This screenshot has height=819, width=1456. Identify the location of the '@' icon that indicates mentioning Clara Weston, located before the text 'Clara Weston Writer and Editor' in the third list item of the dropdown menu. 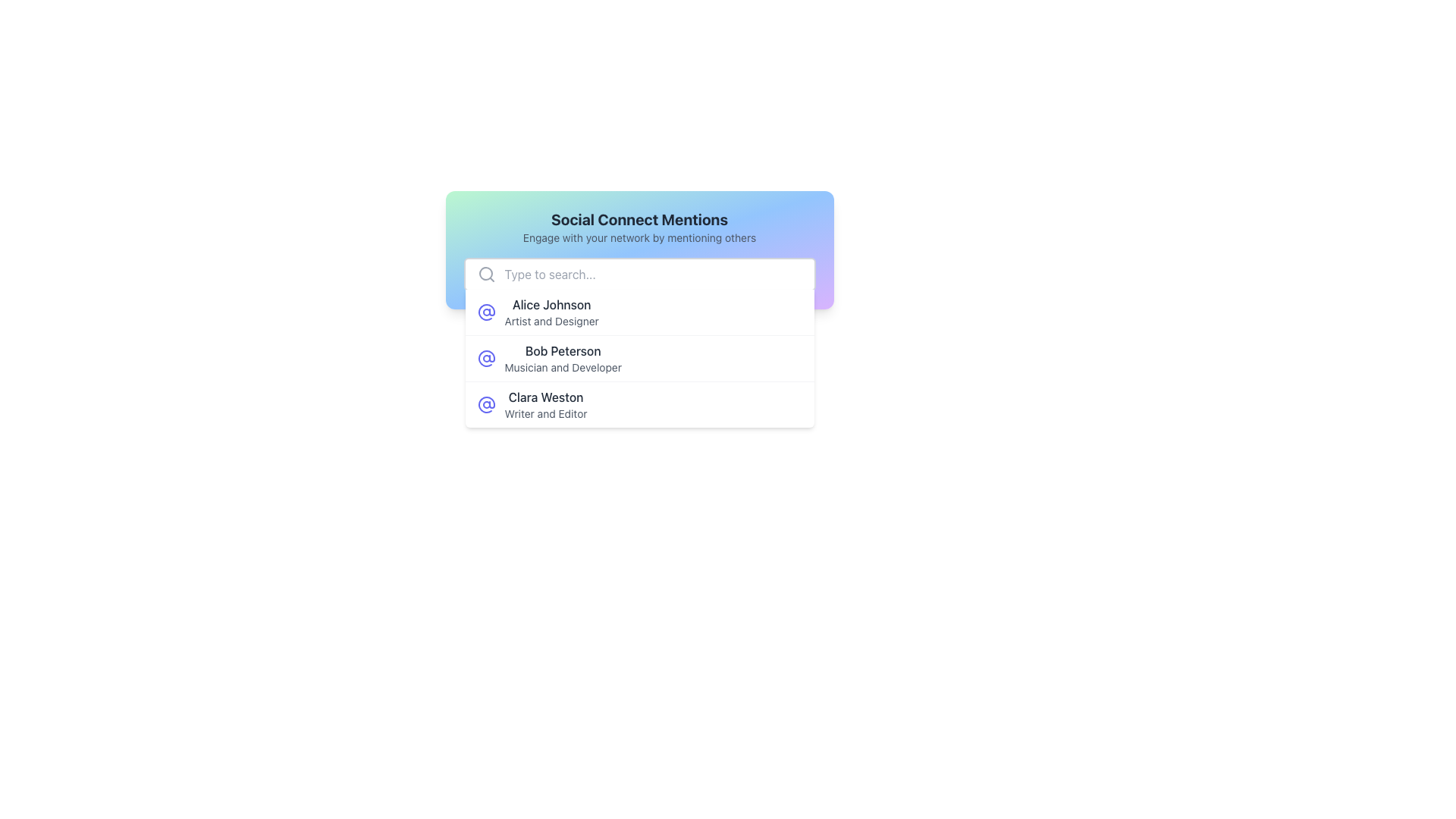
(486, 403).